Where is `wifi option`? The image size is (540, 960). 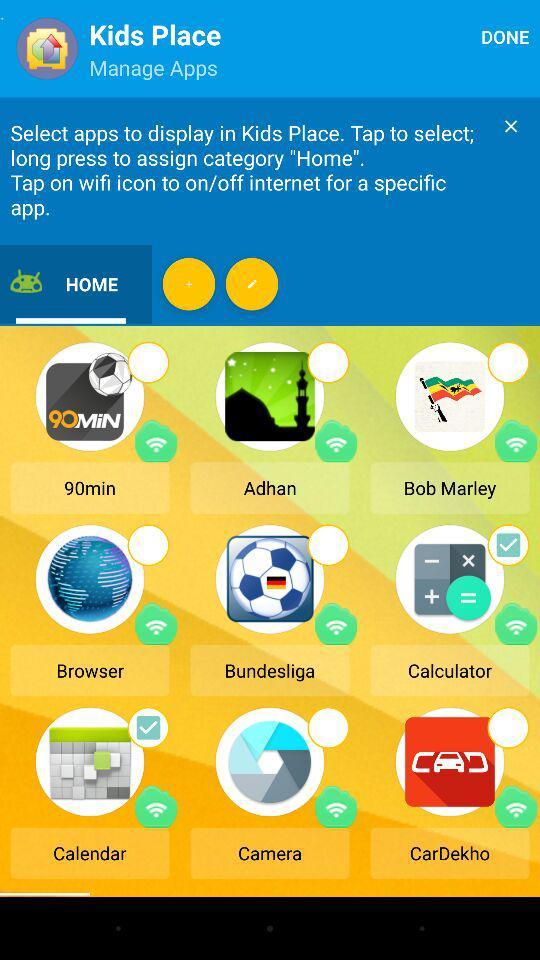
wifi option is located at coordinates (516, 806).